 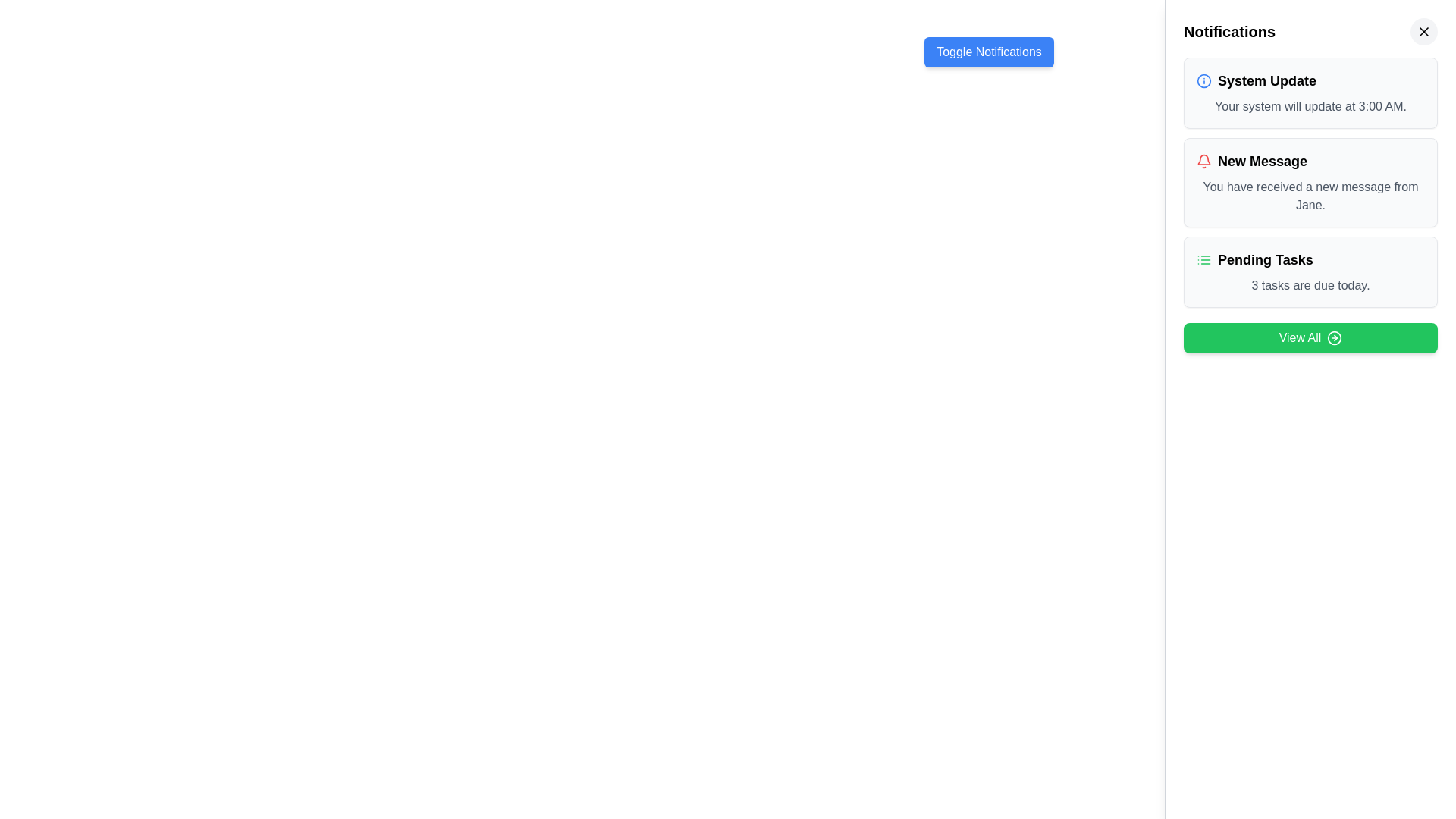 I want to click on the static text displaying the notification message about a new message from Jane, located beneath the title 'New Message' in the notifications panel, so click(x=1310, y=195).